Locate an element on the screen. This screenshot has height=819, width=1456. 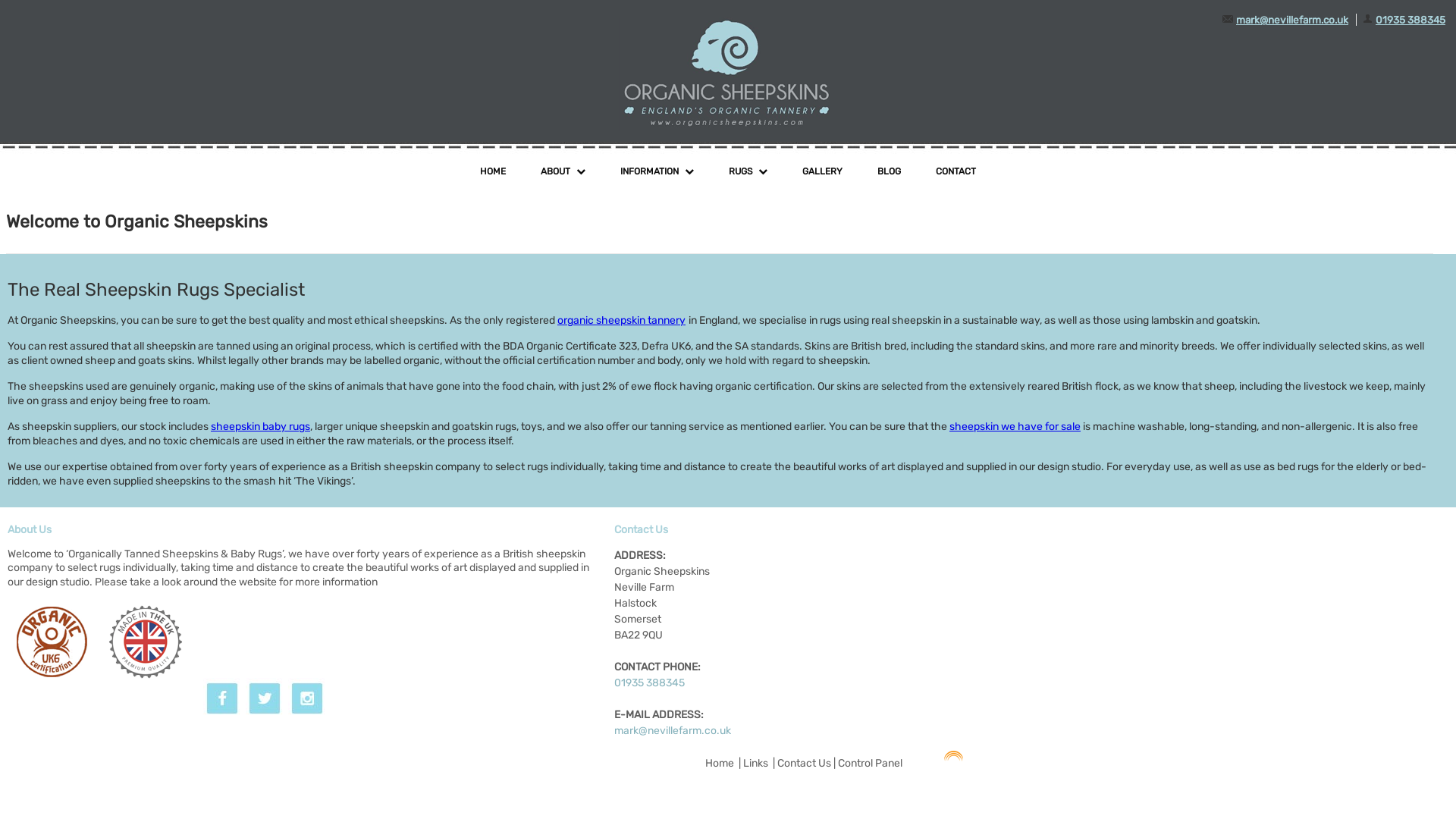
'GALLERY' is located at coordinates (785, 171).